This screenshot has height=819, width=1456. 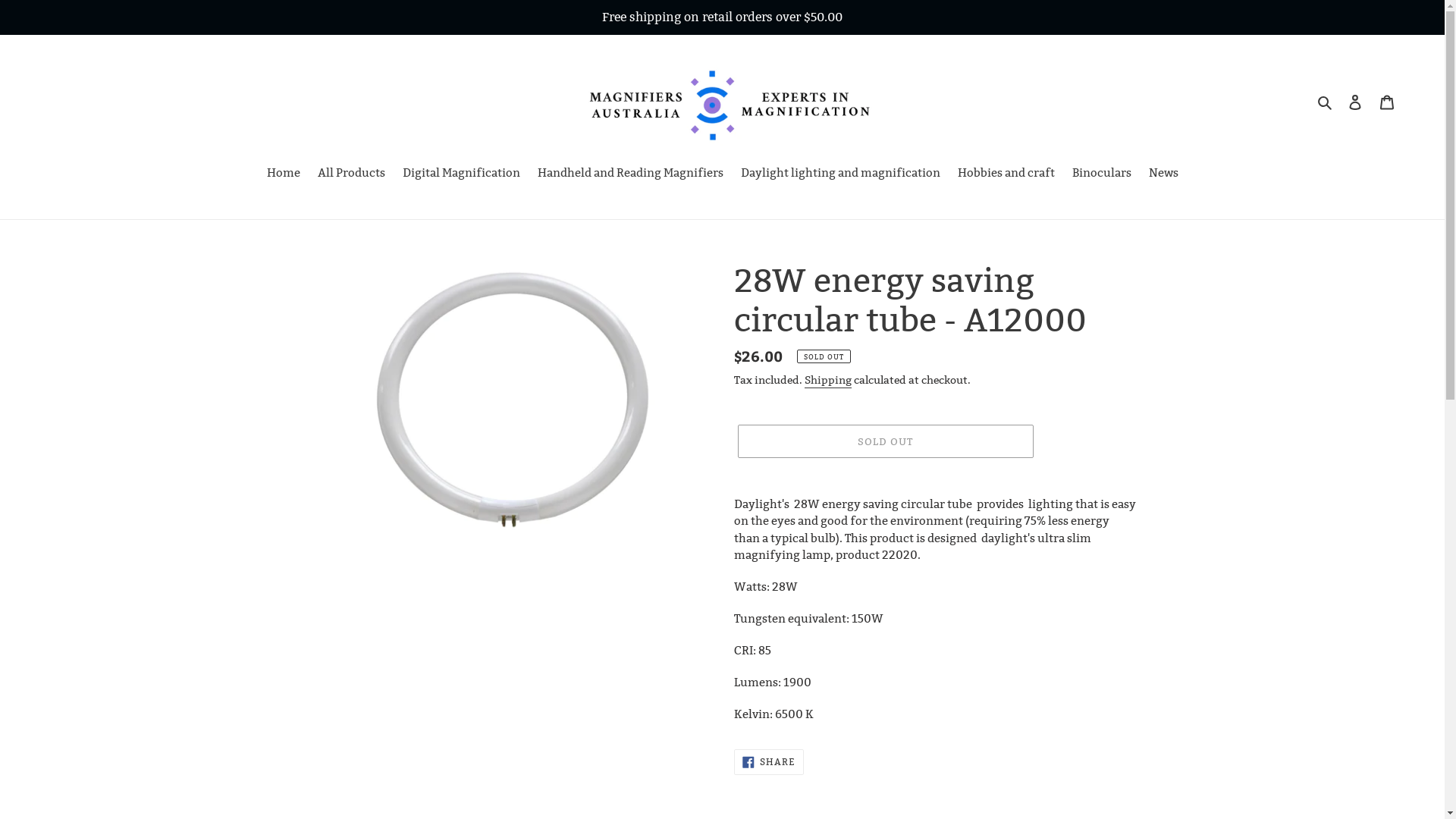 I want to click on 'Digital Magnification', so click(x=460, y=174).